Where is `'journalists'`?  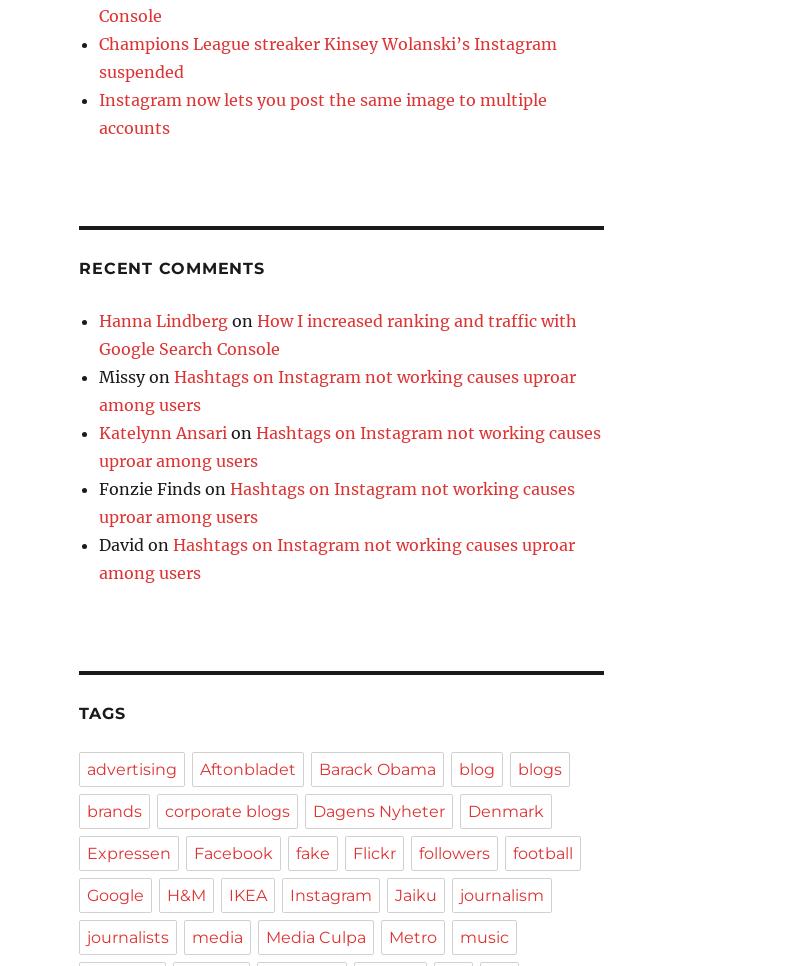
'journalists' is located at coordinates (127, 937).